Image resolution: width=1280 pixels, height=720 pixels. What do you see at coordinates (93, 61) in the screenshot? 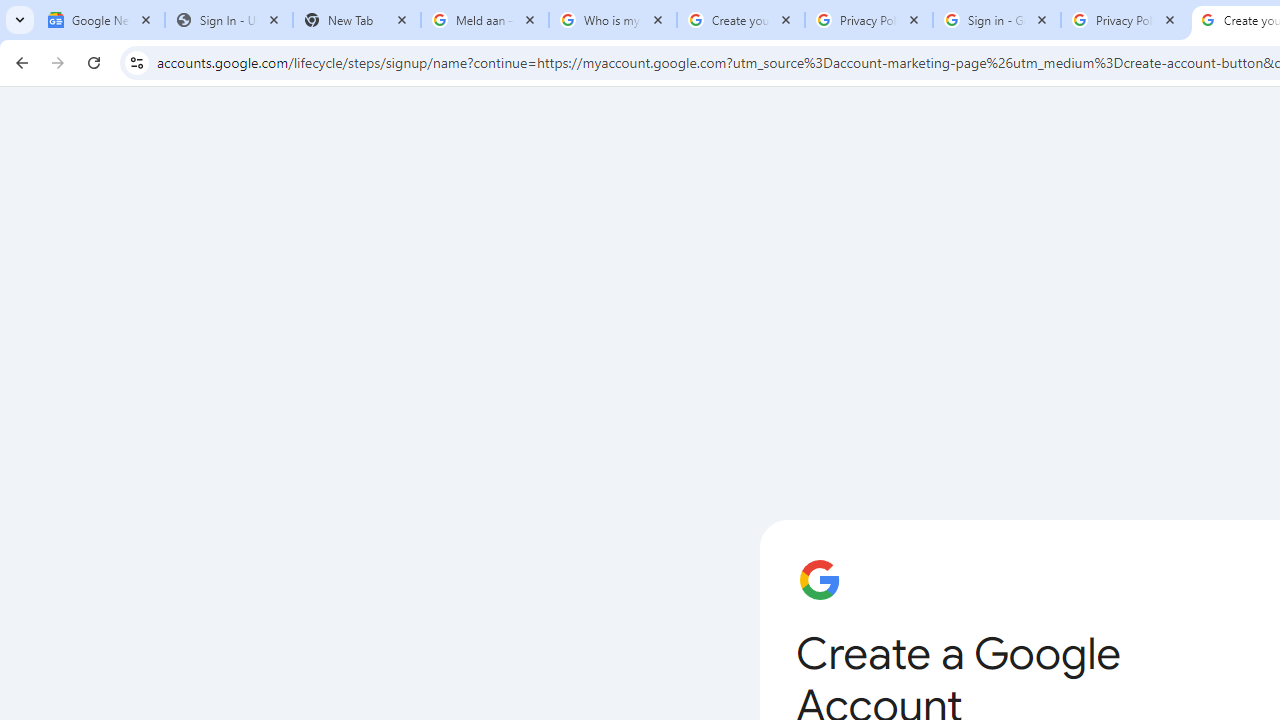
I see `'Reload'` at bounding box center [93, 61].